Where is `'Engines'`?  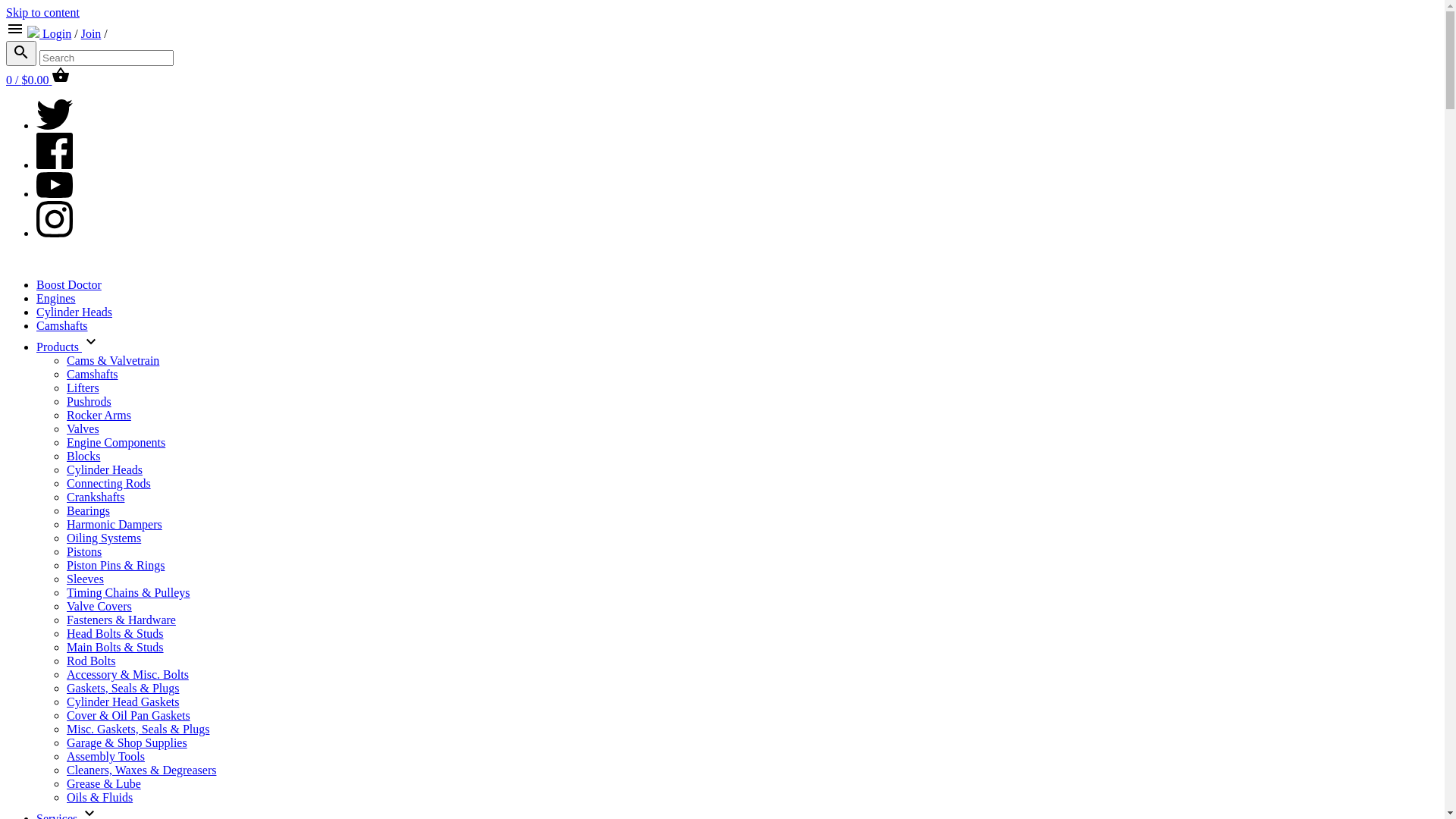
'Engines' is located at coordinates (55, 298).